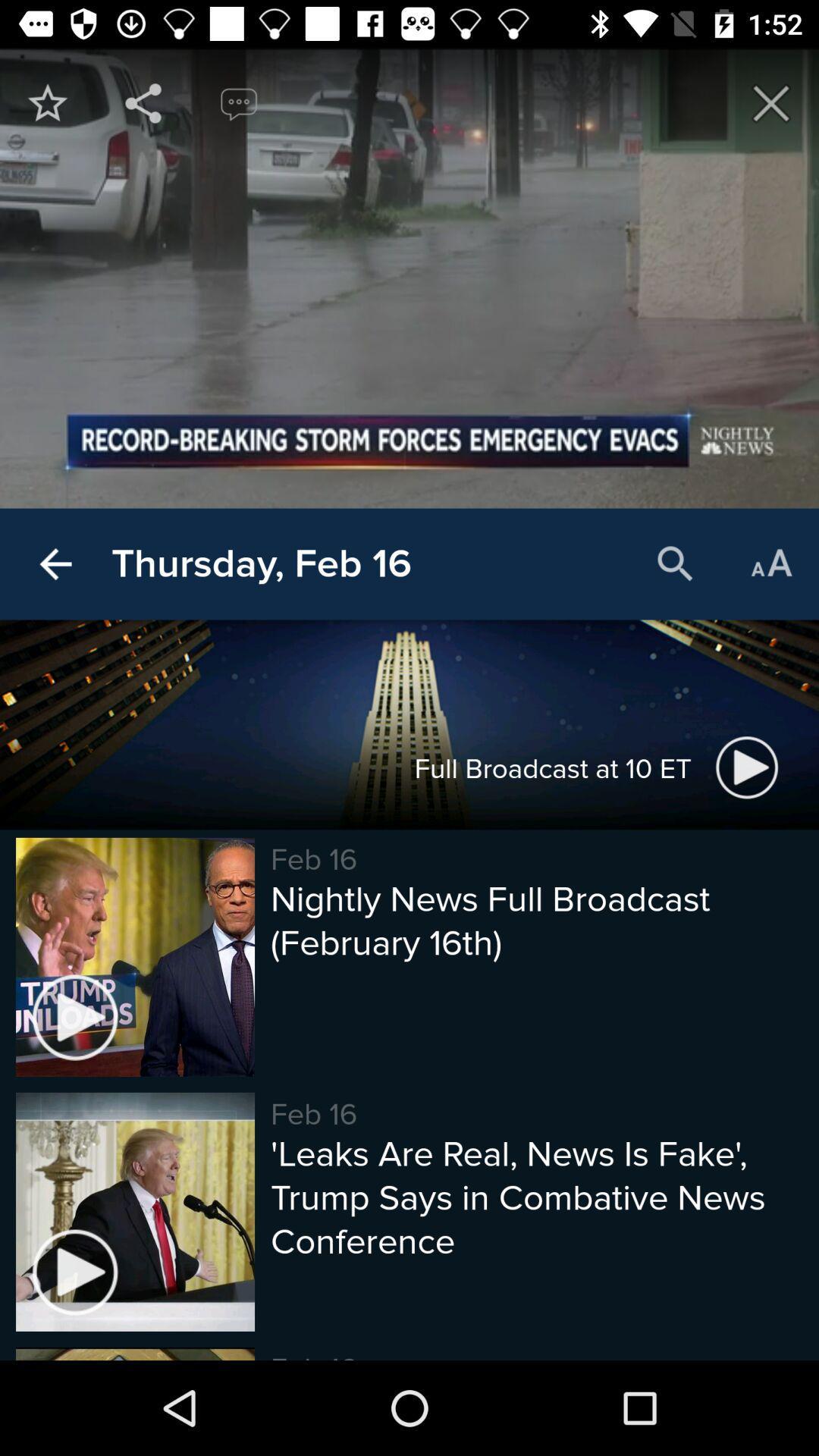 Image resolution: width=819 pixels, height=1456 pixels. Describe the element at coordinates (55, 563) in the screenshot. I see `the icon to the left of the thursday, feb 16 item` at that location.